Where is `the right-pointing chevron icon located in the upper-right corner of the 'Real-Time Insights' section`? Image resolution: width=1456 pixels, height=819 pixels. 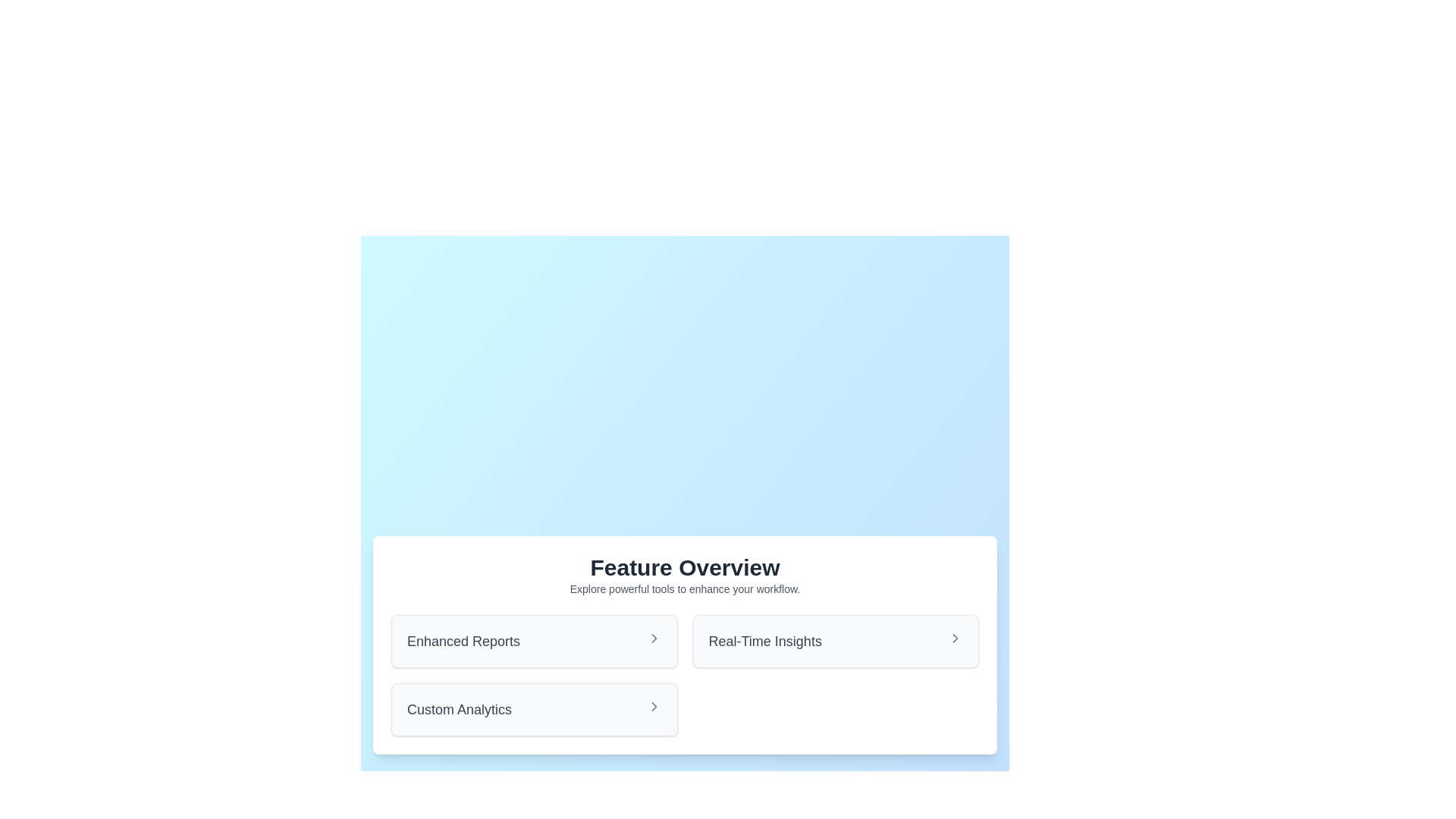 the right-pointing chevron icon located in the upper-right corner of the 'Real-Time Insights' section is located at coordinates (954, 638).